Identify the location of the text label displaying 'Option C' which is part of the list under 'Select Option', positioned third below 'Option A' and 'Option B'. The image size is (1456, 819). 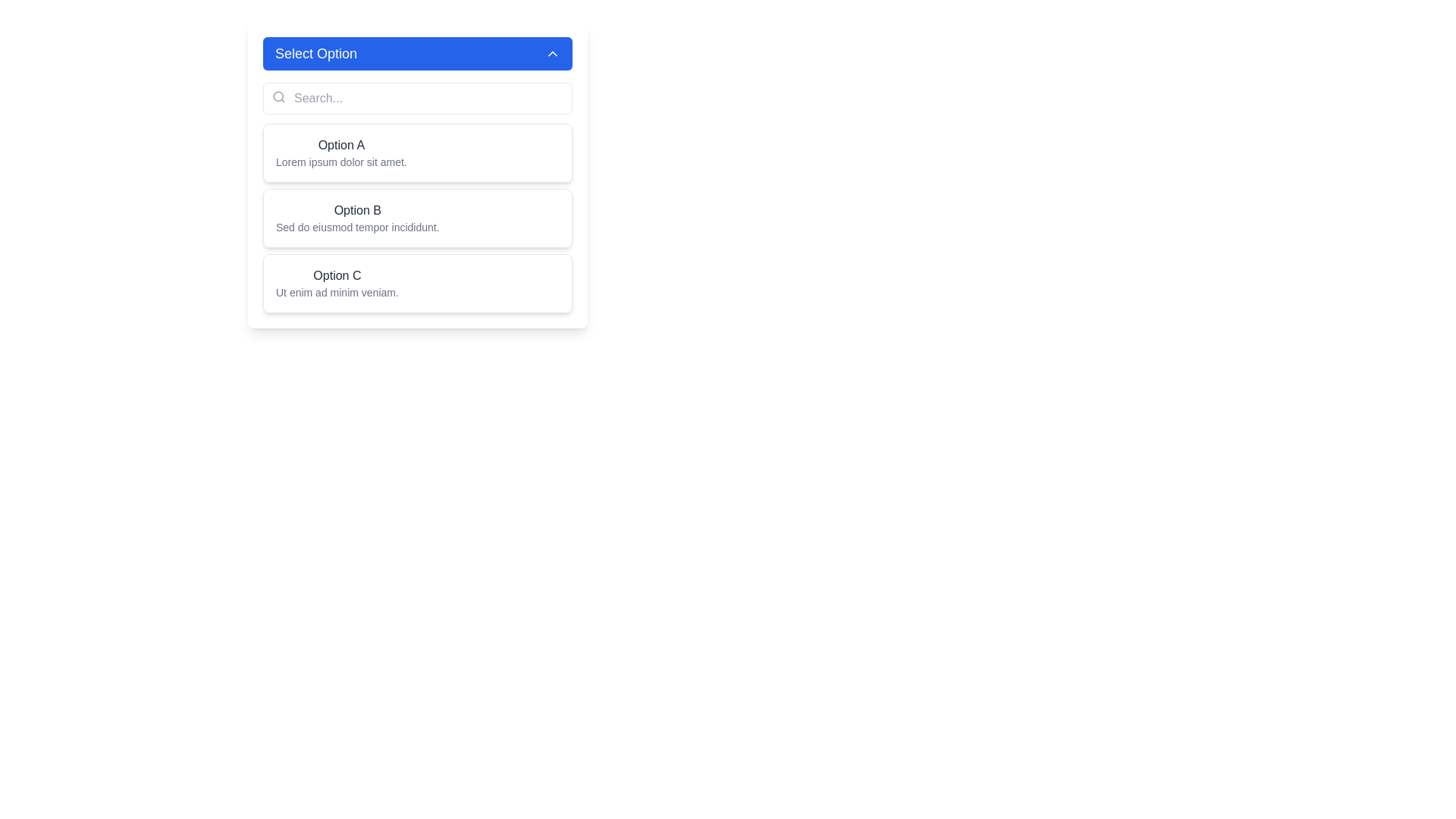
(336, 275).